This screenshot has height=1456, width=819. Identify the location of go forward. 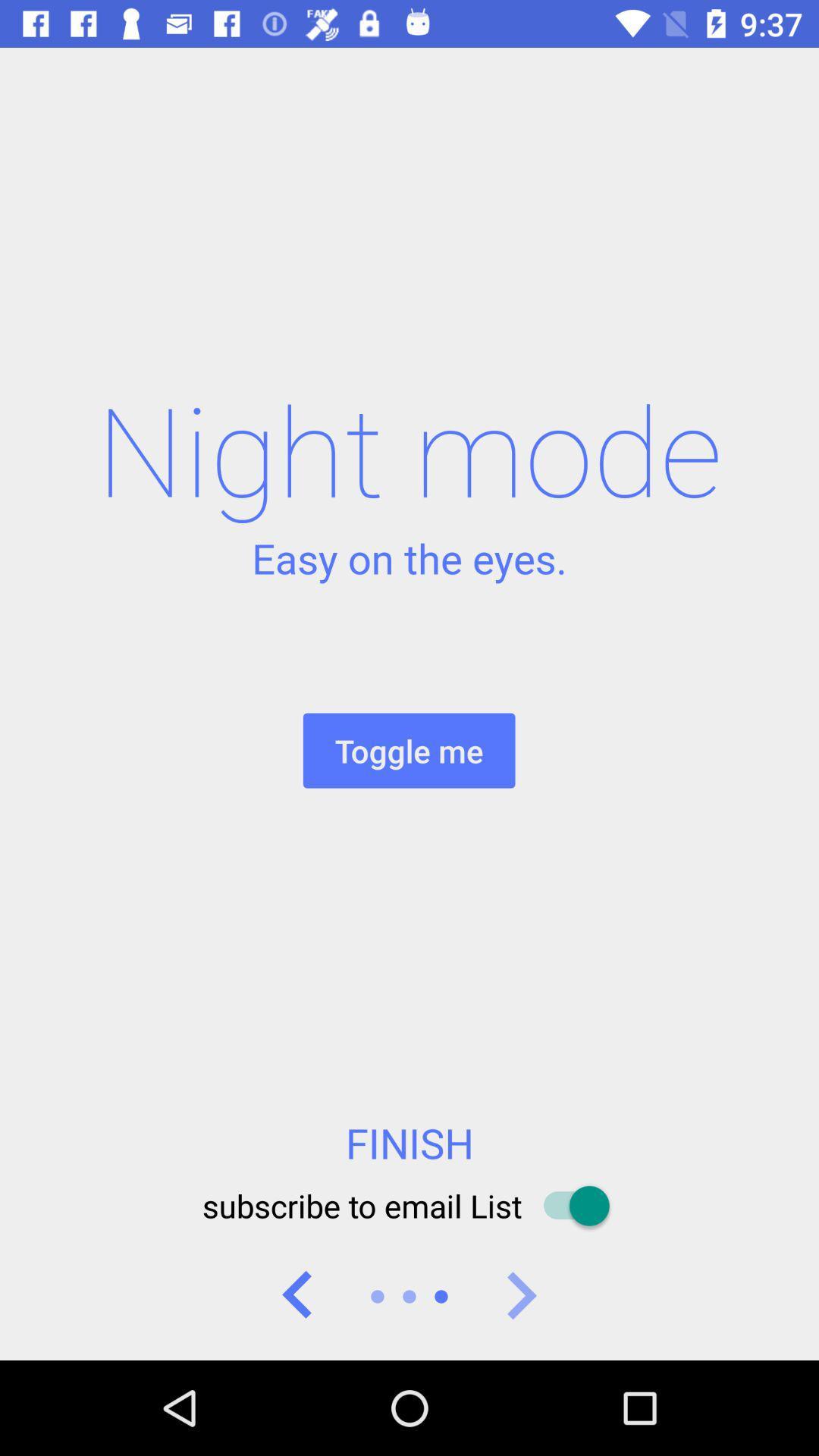
(519, 1295).